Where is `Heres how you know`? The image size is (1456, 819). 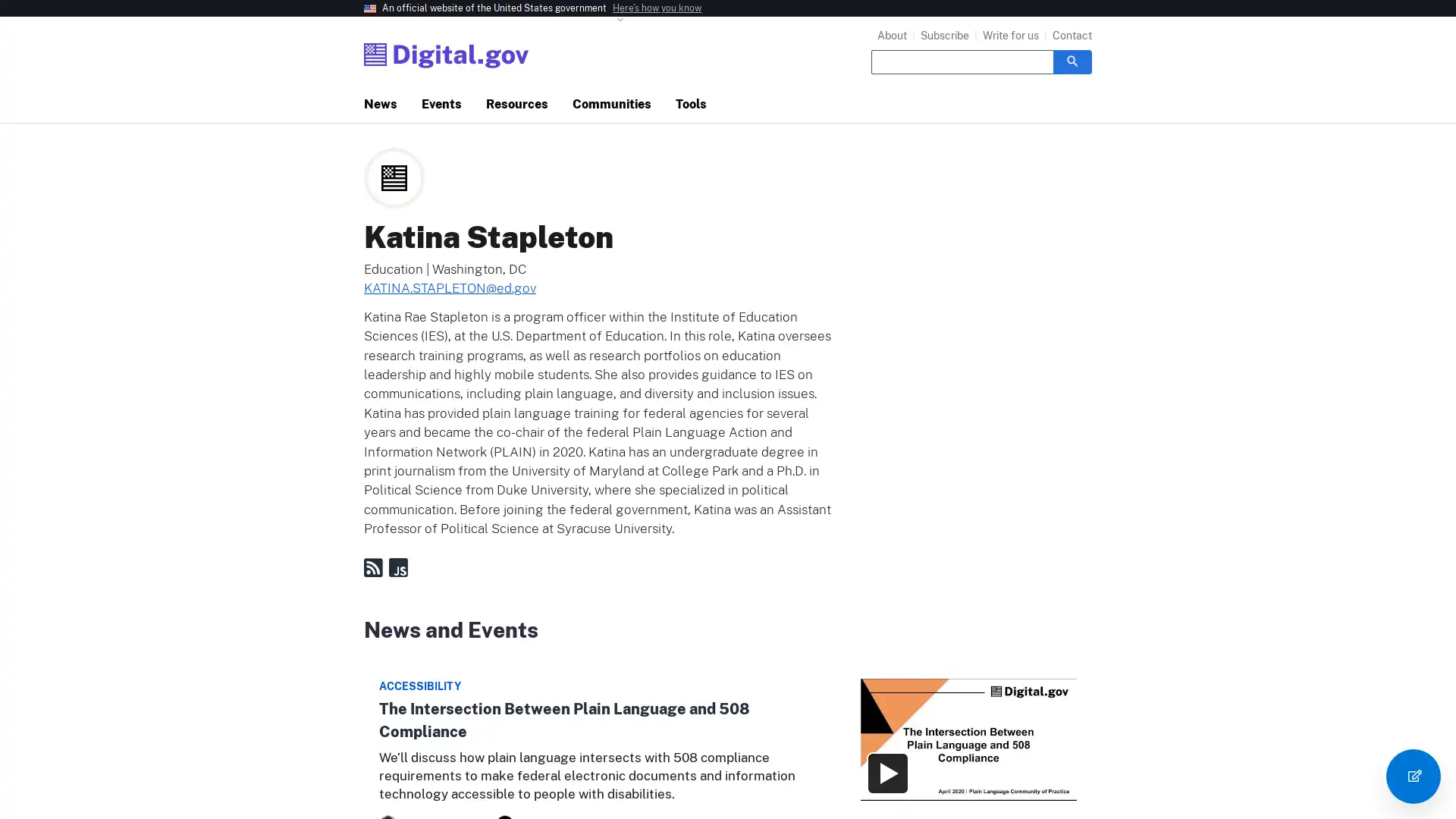 Heres how you know is located at coordinates (657, 8).